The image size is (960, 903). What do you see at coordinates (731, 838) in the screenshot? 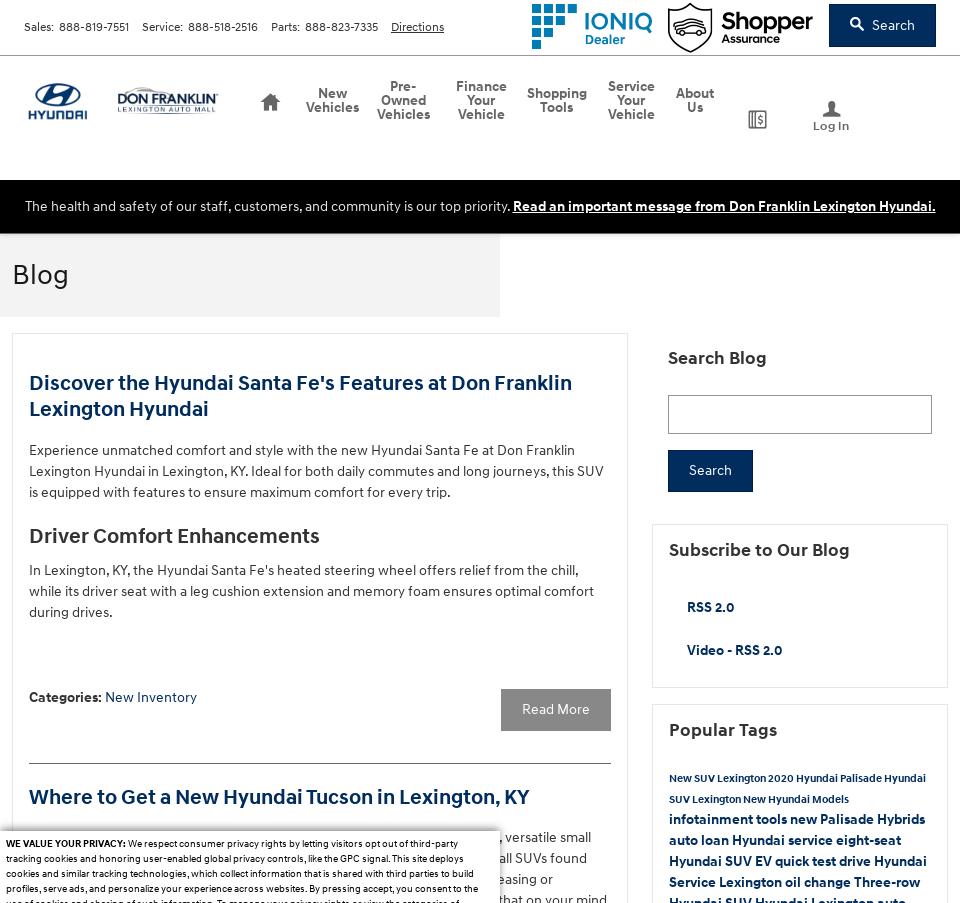
I see `'Hyundai service'` at bounding box center [731, 838].